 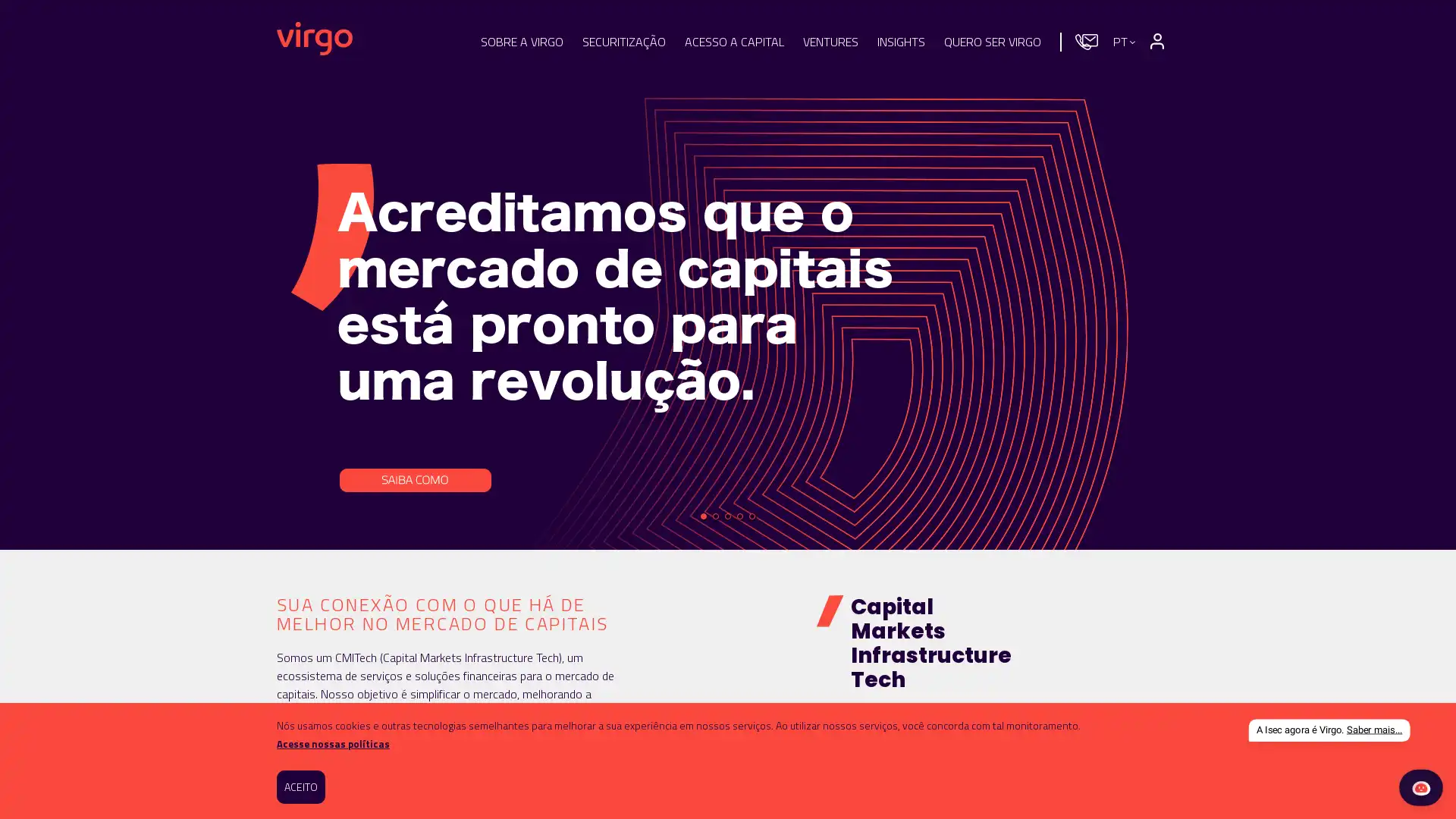 I want to click on Go to slide 3, so click(x=728, y=516).